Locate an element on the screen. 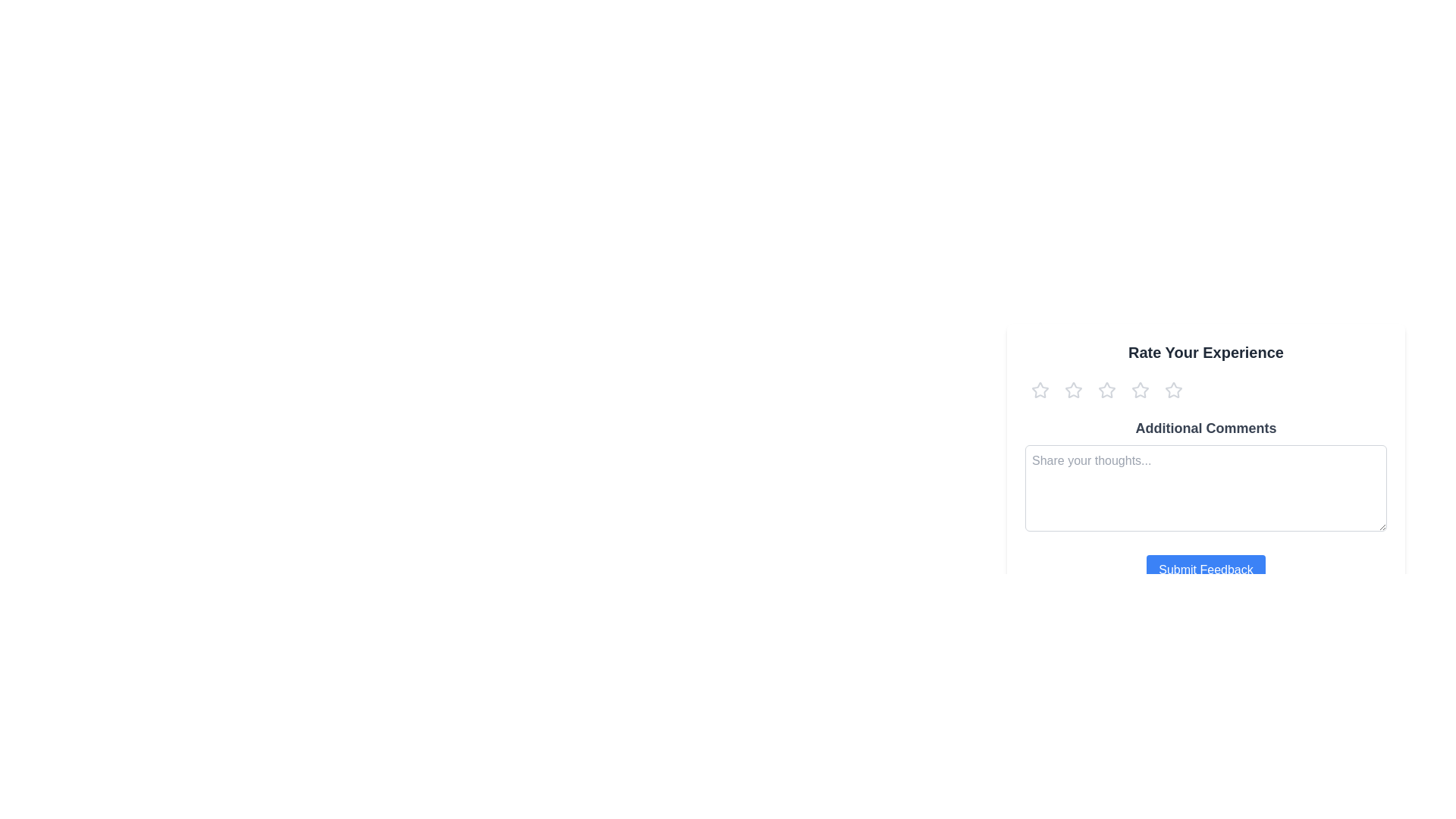 This screenshot has height=819, width=1456. the fifth gray star icon in the row of rating stars is located at coordinates (1173, 390).